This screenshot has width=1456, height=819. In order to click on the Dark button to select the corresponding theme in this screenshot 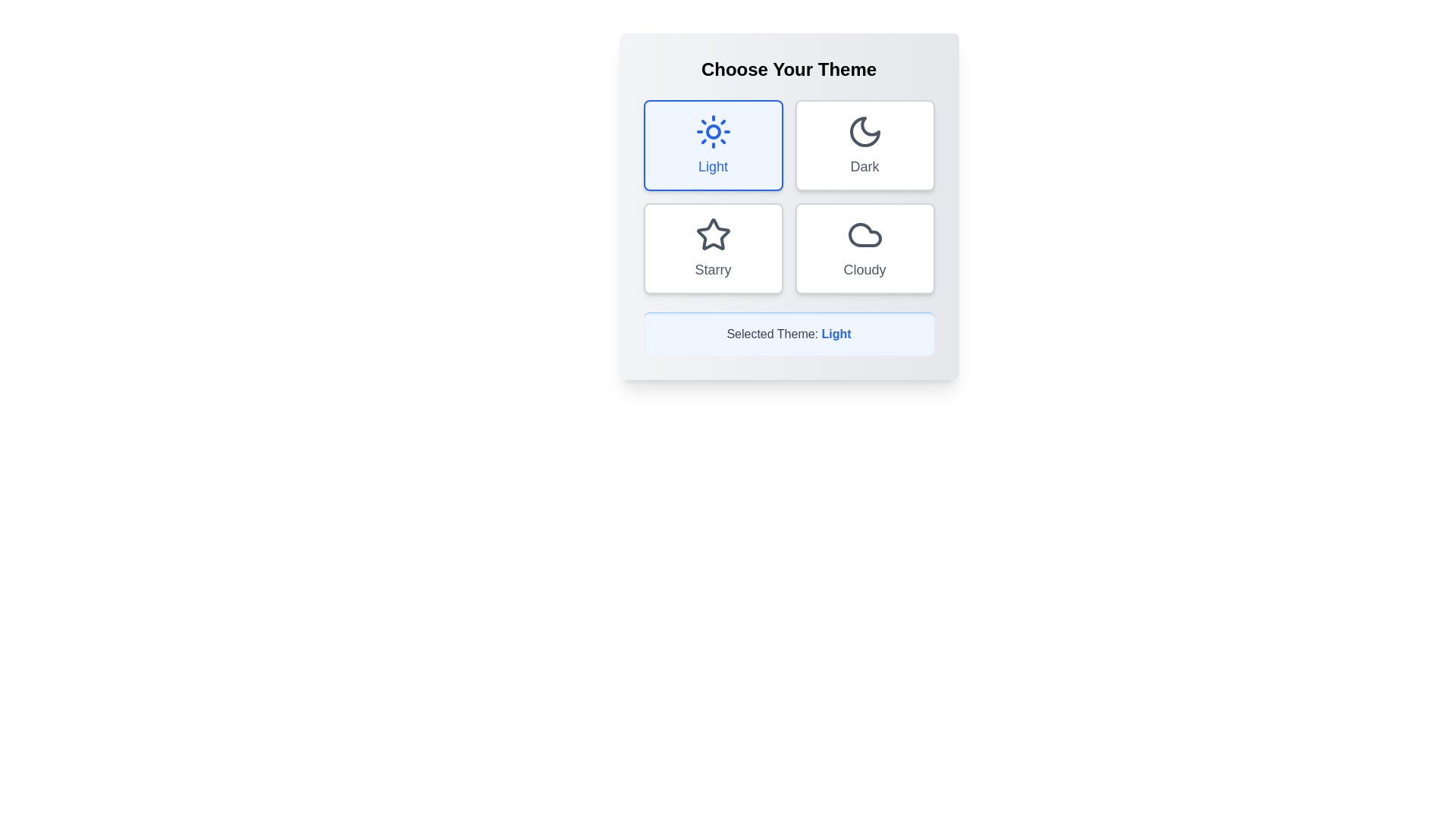, I will do `click(864, 146)`.